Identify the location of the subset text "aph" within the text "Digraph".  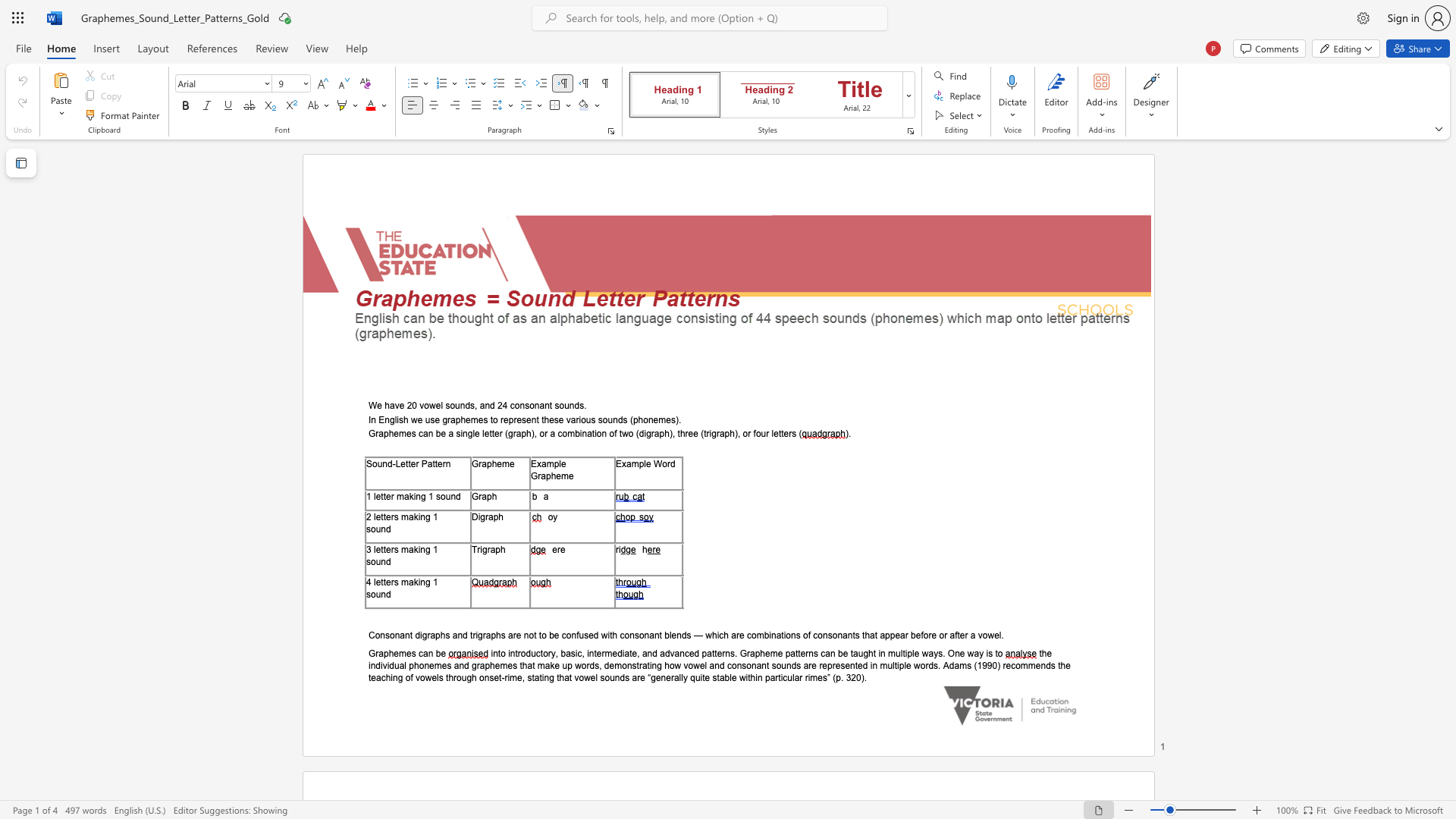
(488, 516).